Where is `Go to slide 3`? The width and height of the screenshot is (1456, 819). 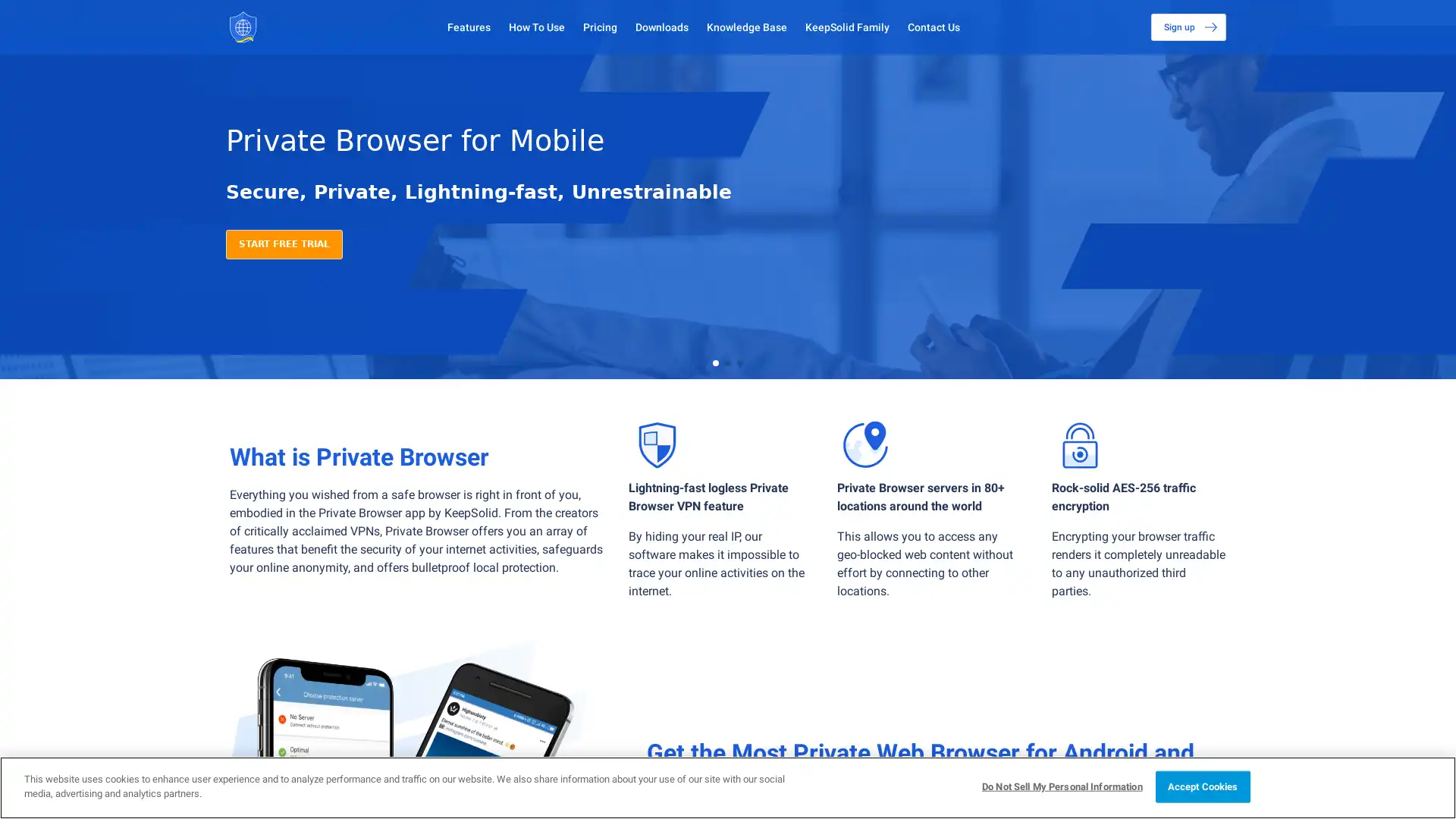
Go to slide 3 is located at coordinates (739, 362).